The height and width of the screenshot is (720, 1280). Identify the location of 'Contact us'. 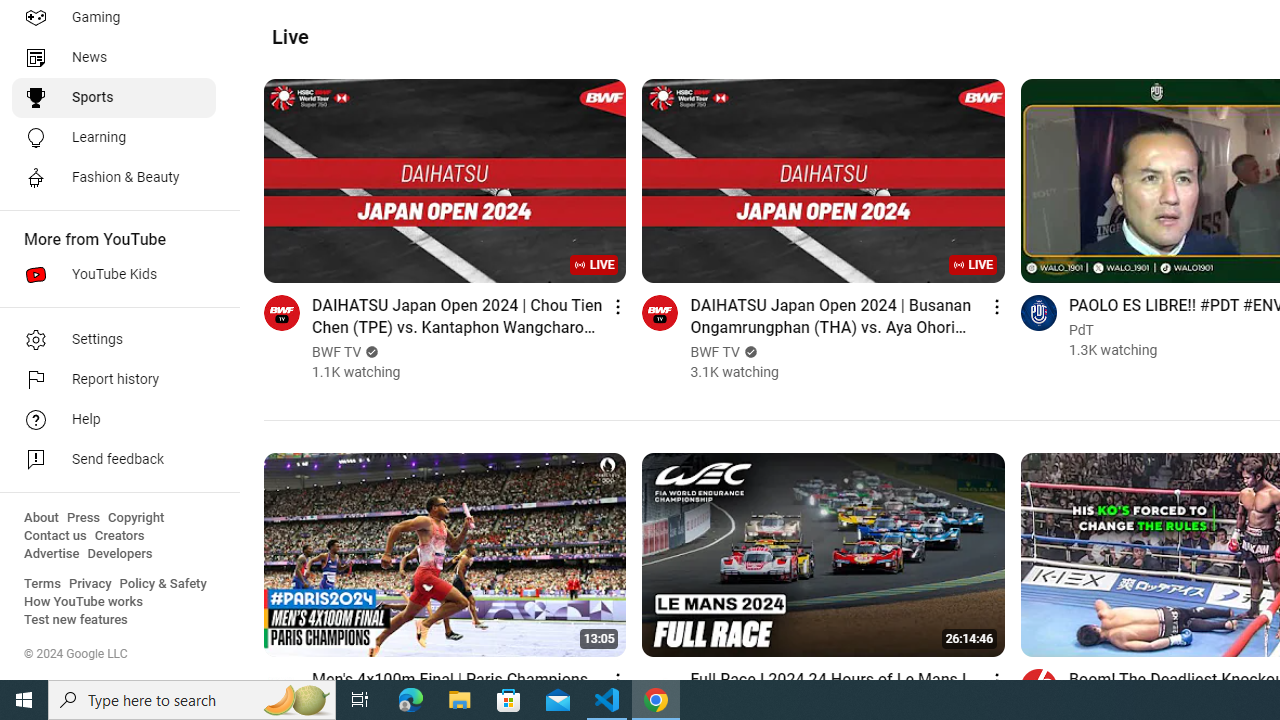
(55, 535).